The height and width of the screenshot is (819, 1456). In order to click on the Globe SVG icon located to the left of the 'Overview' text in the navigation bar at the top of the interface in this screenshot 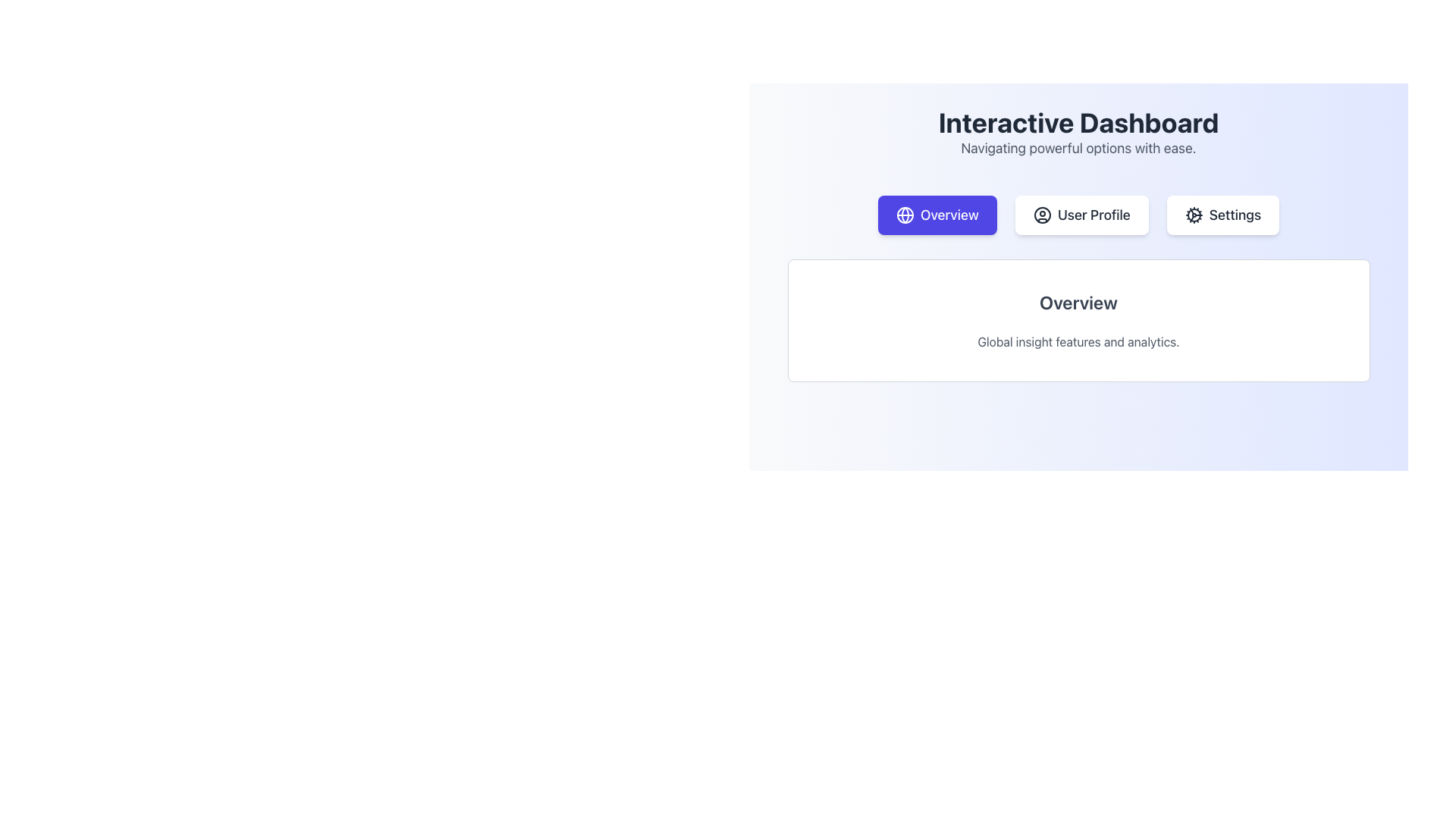, I will do `click(905, 215)`.